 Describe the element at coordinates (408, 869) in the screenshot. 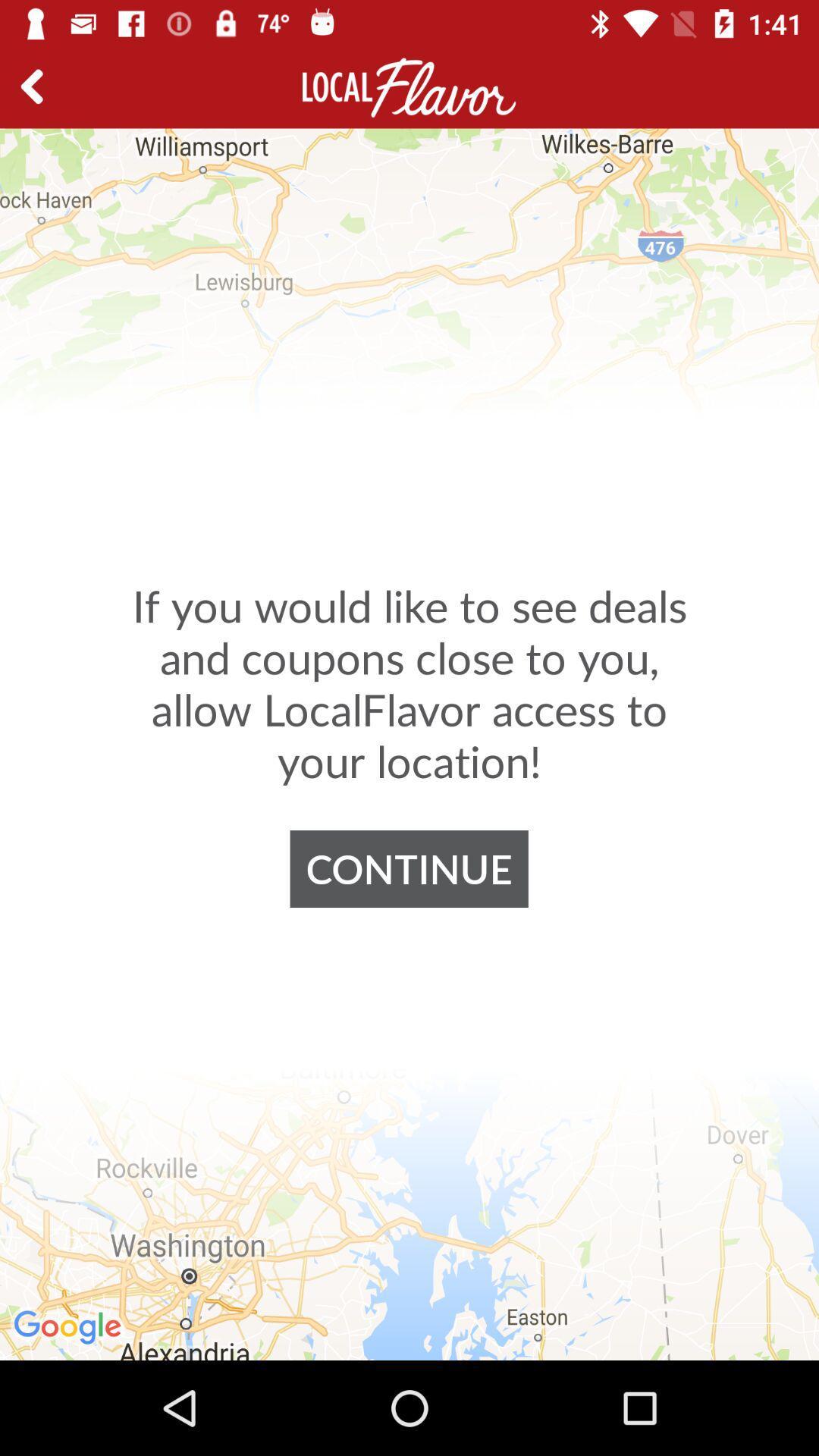

I see `the icon below if you would` at that location.